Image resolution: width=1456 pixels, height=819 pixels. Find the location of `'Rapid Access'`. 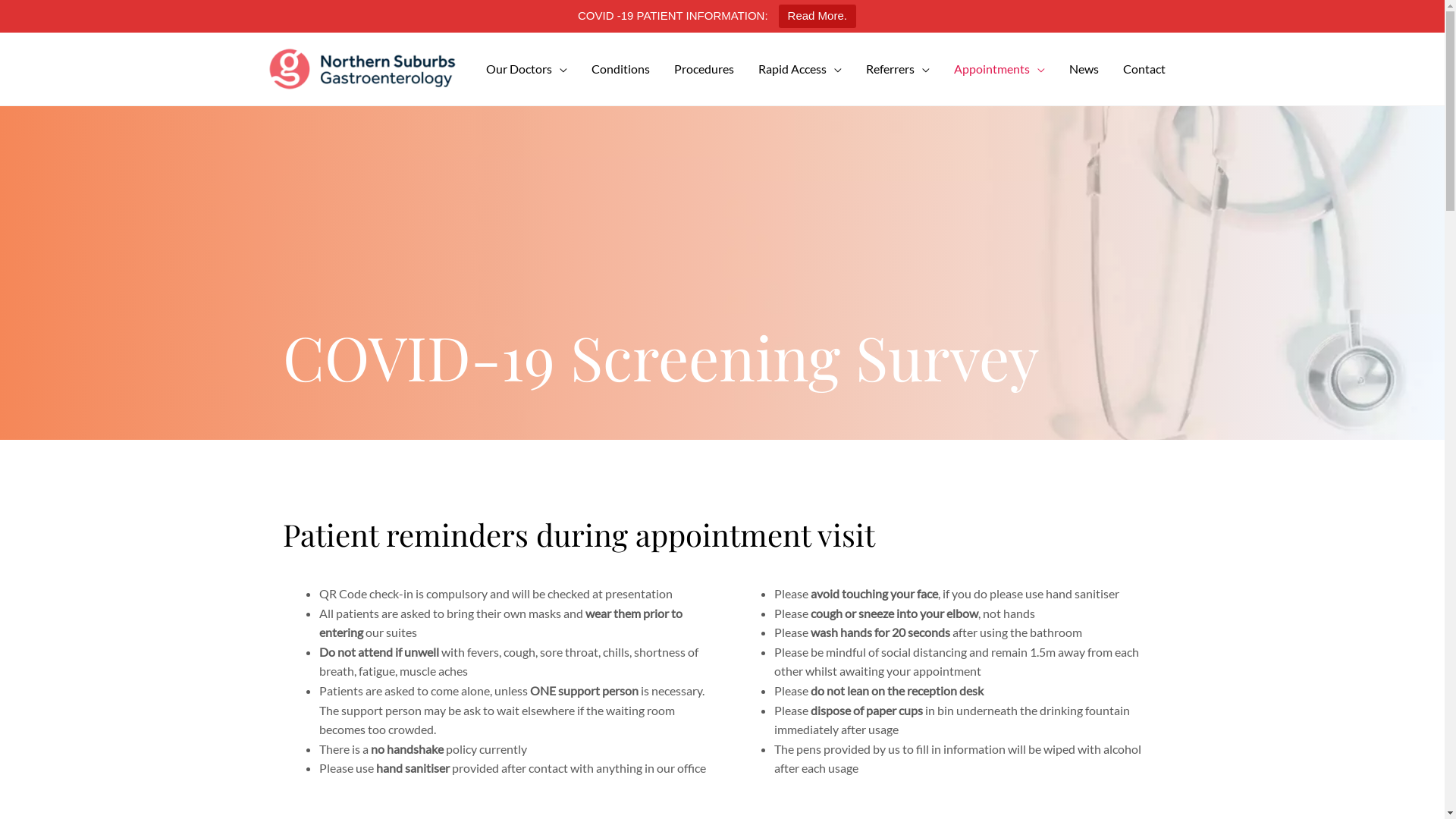

'Rapid Access' is located at coordinates (799, 69).